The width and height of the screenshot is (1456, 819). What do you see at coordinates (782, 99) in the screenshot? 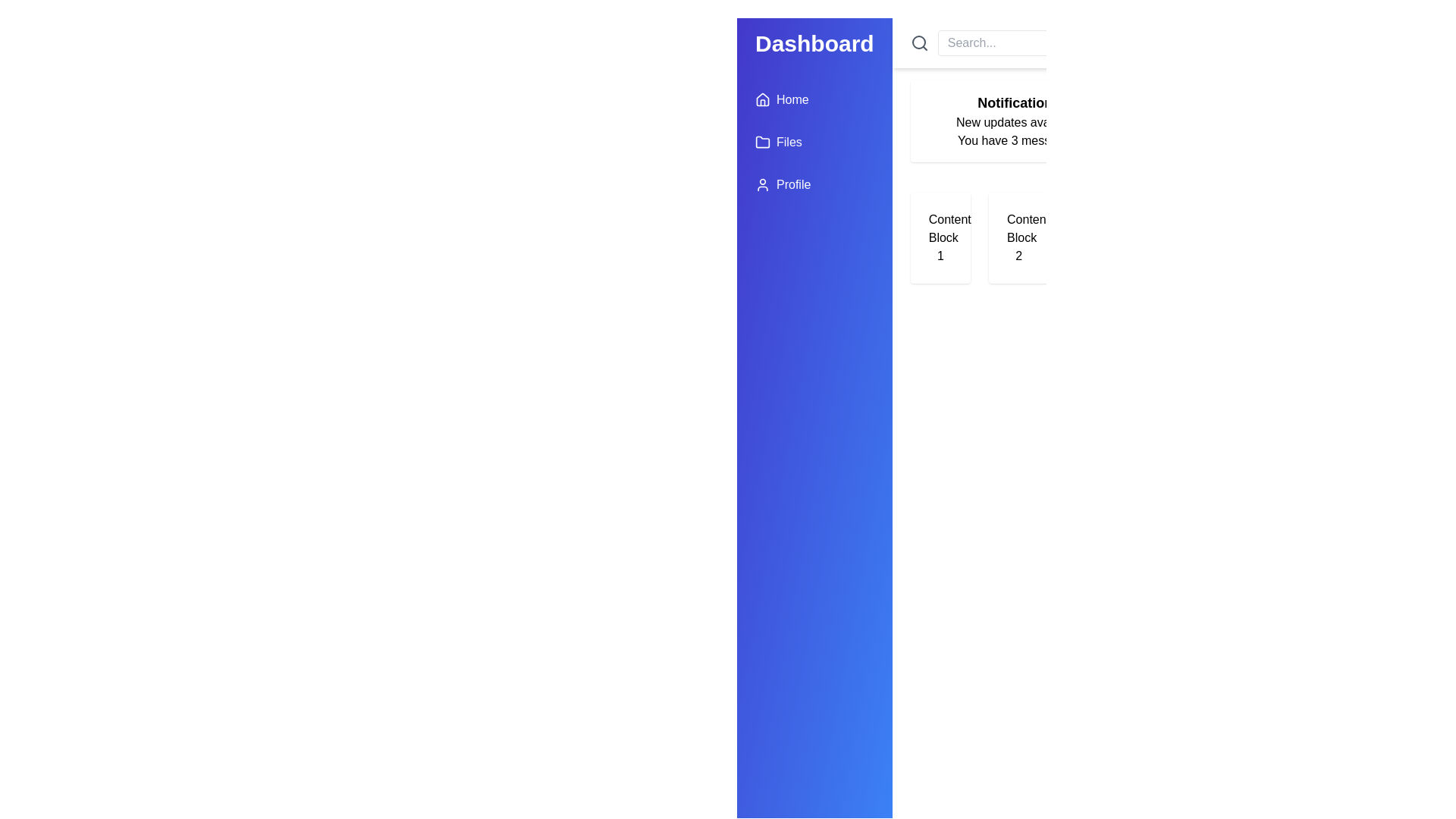
I see `the 'Home' button in the vertical navigation menu, which is the first item with a house-shaped icon and a blue background` at bounding box center [782, 99].